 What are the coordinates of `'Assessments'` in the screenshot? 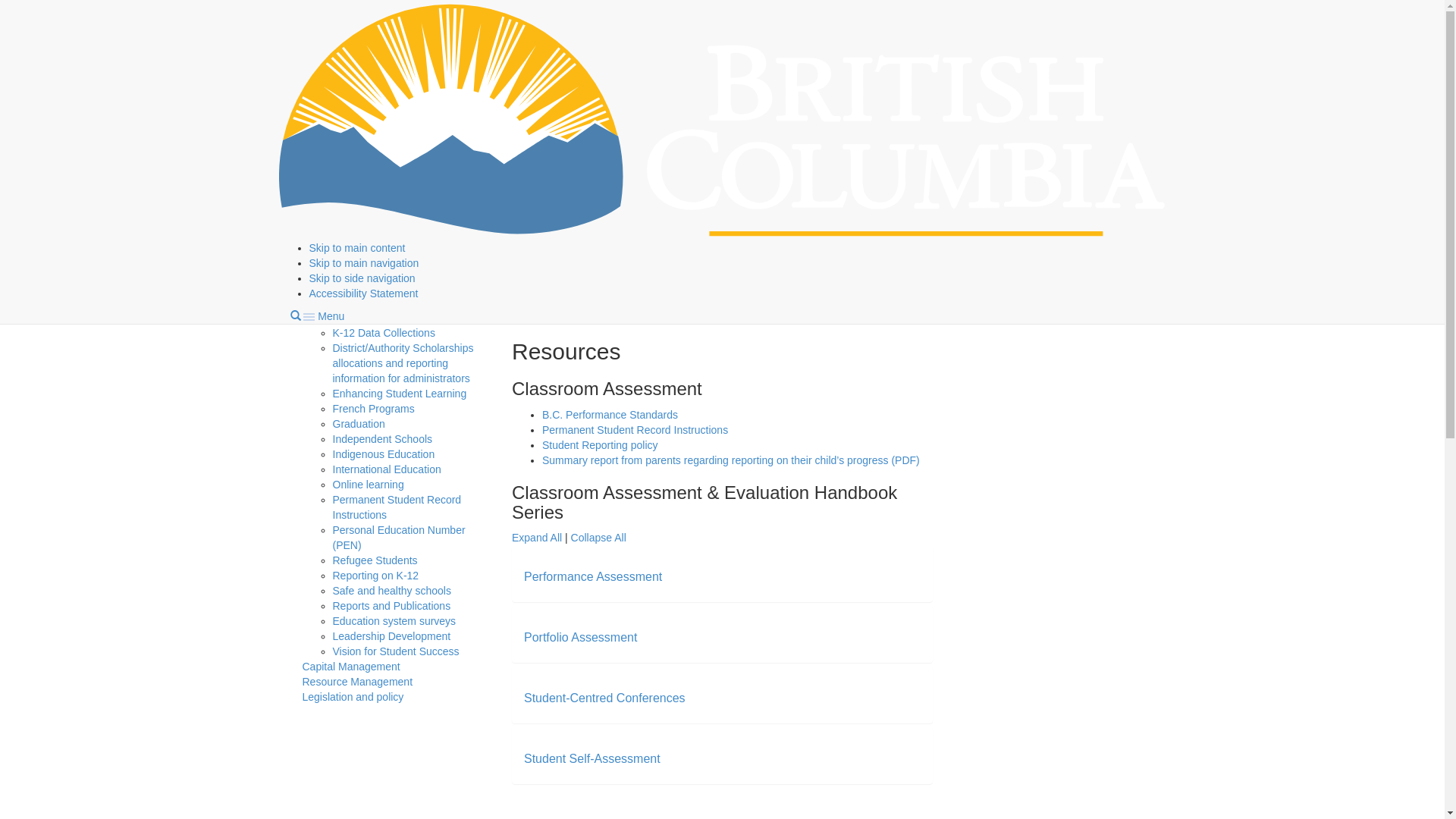 It's located at (362, 104).